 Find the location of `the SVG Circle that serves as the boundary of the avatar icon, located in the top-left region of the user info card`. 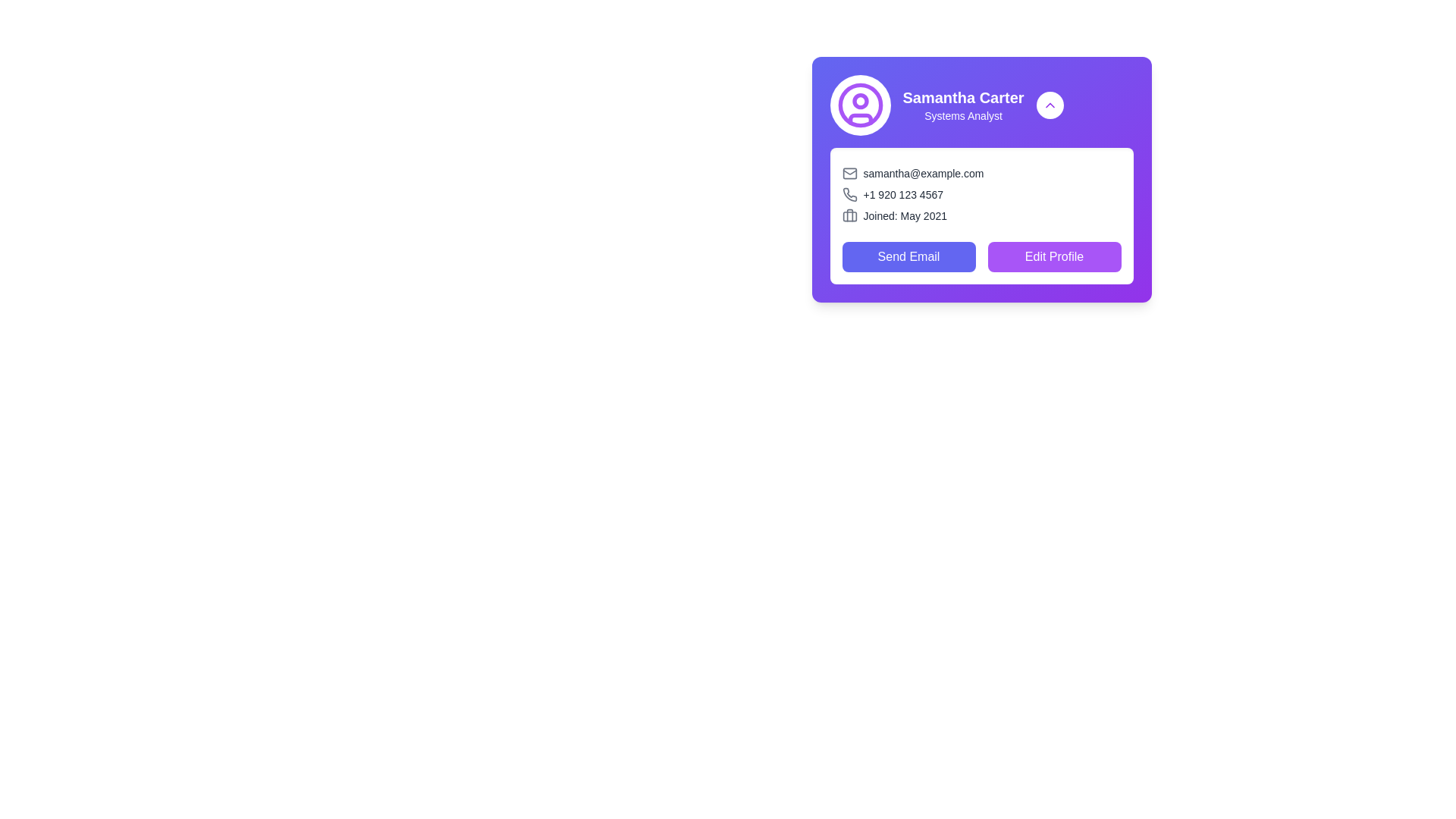

the SVG Circle that serves as the boundary of the avatar icon, located in the top-left region of the user info card is located at coordinates (860, 104).